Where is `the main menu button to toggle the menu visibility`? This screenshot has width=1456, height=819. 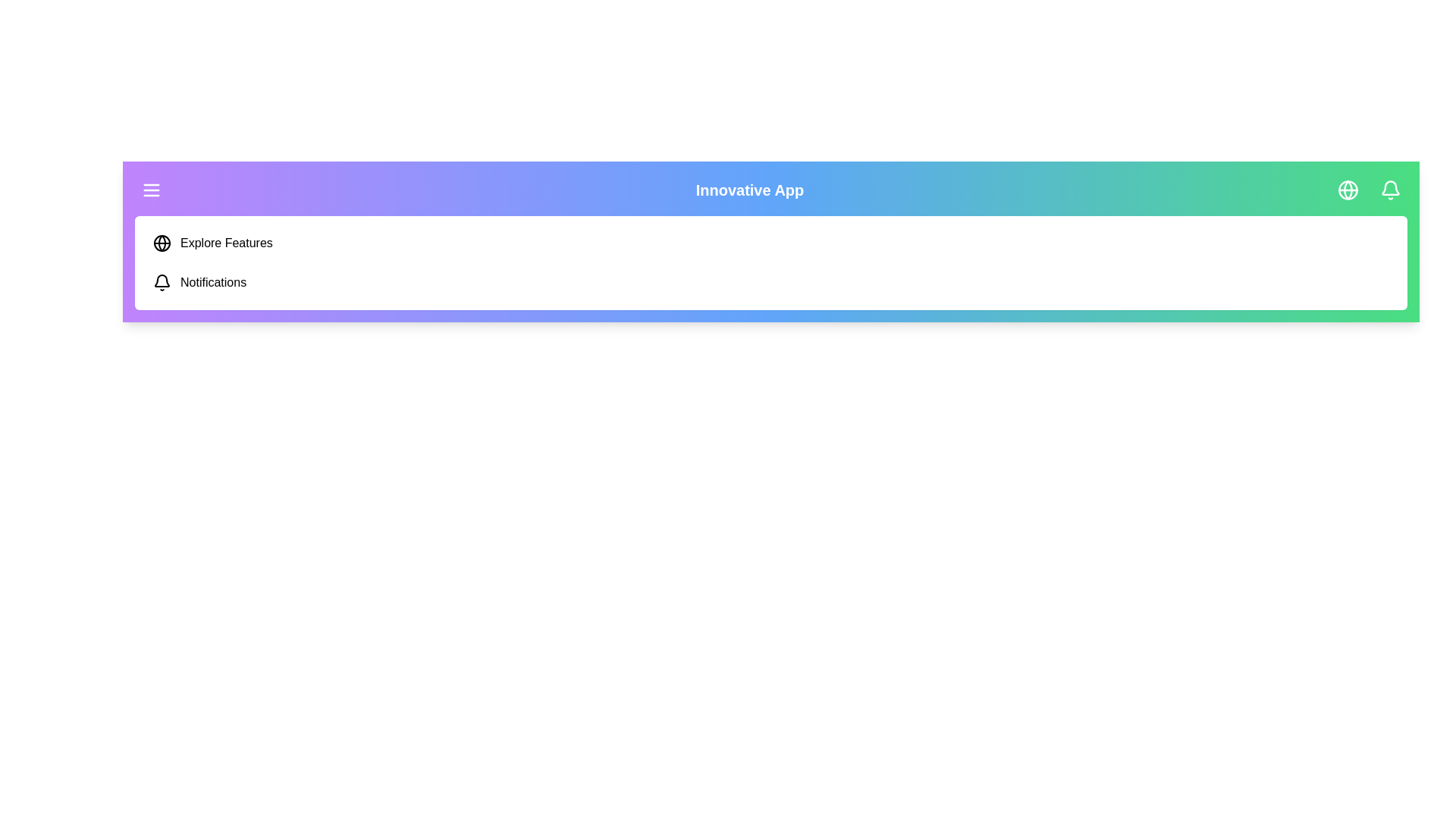 the main menu button to toggle the menu visibility is located at coordinates (152, 189).